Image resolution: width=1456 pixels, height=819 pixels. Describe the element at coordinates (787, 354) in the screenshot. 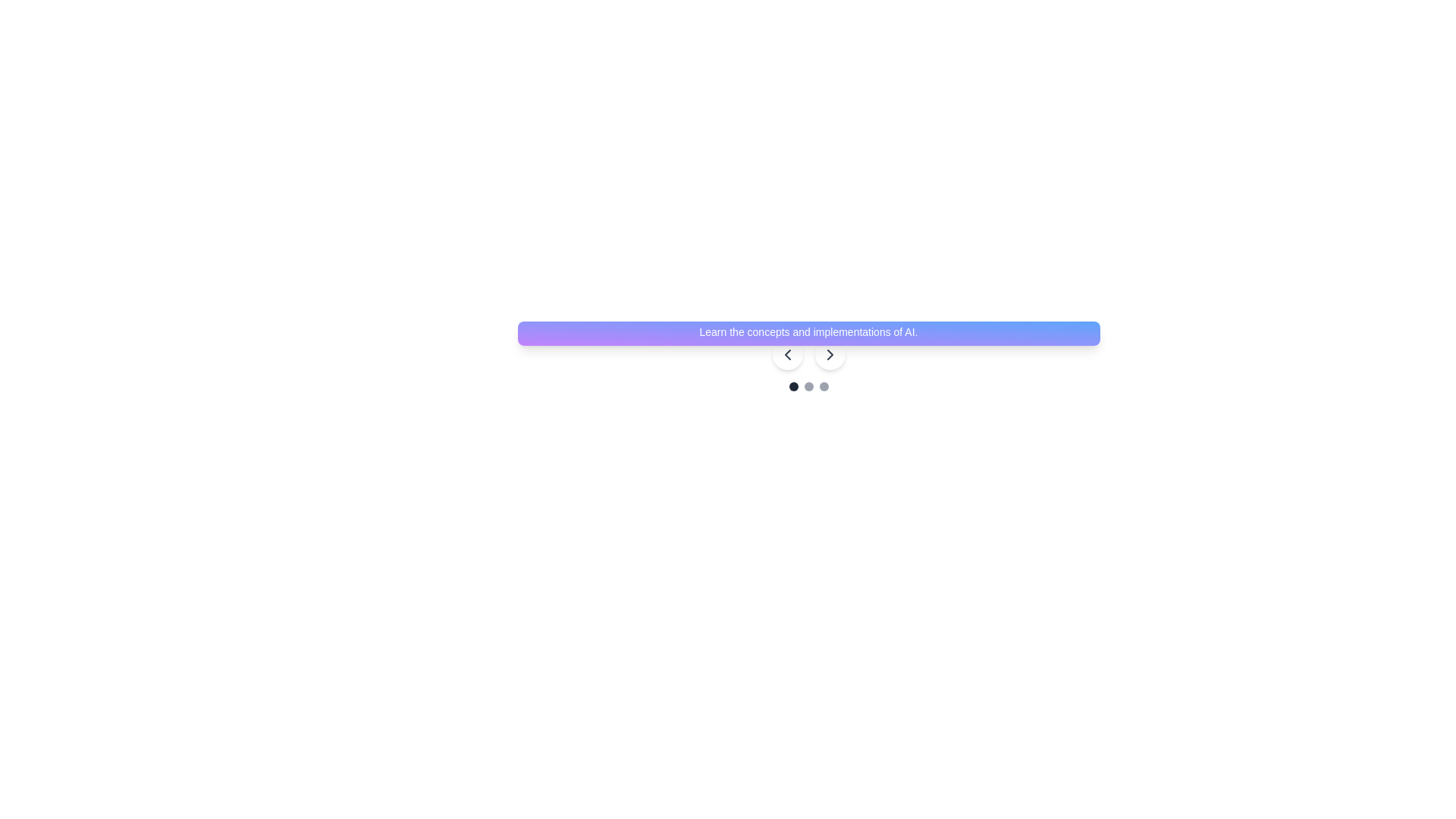

I see `the 'previous' navigation button located on the left side of the navigation control near the center of the UI layout` at that location.